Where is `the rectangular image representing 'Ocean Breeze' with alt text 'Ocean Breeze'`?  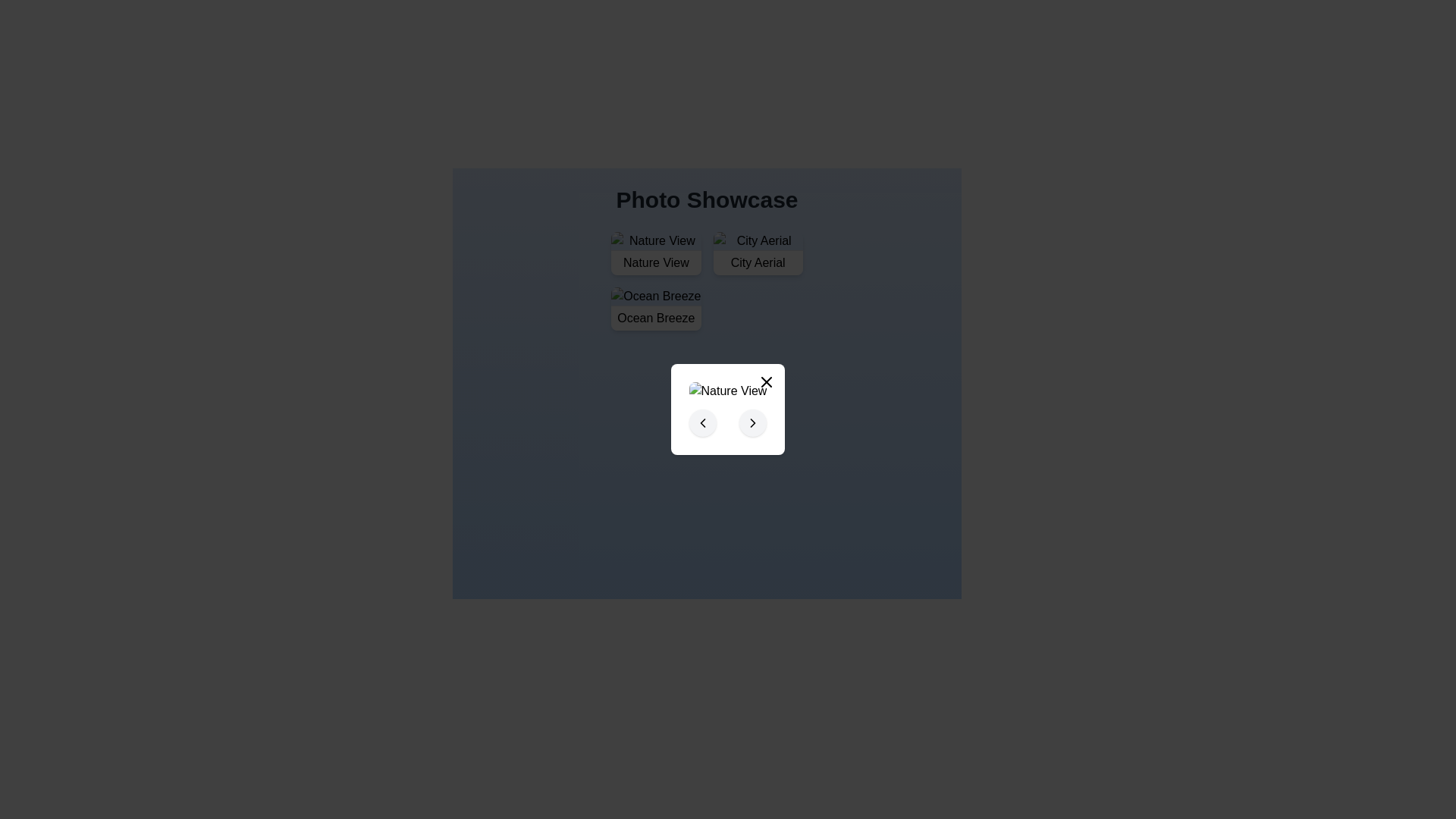
the rectangular image representing 'Ocean Breeze' with alt text 'Ocean Breeze' is located at coordinates (656, 296).